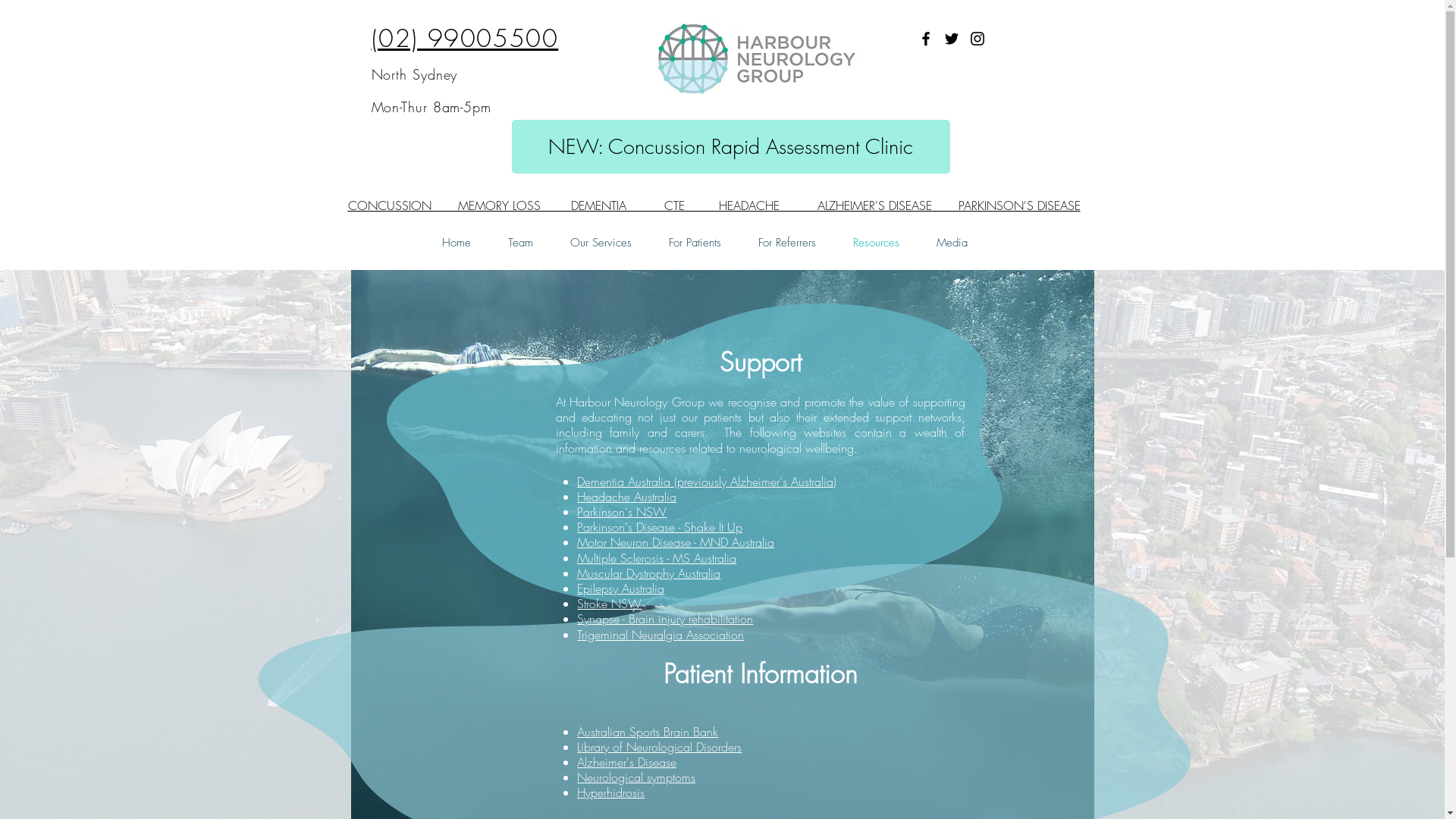 This screenshot has height=819, width=1456. Describe the element at coordinates (464, 37) in the screenshot. I see `'(02) 99005500'` at that location.